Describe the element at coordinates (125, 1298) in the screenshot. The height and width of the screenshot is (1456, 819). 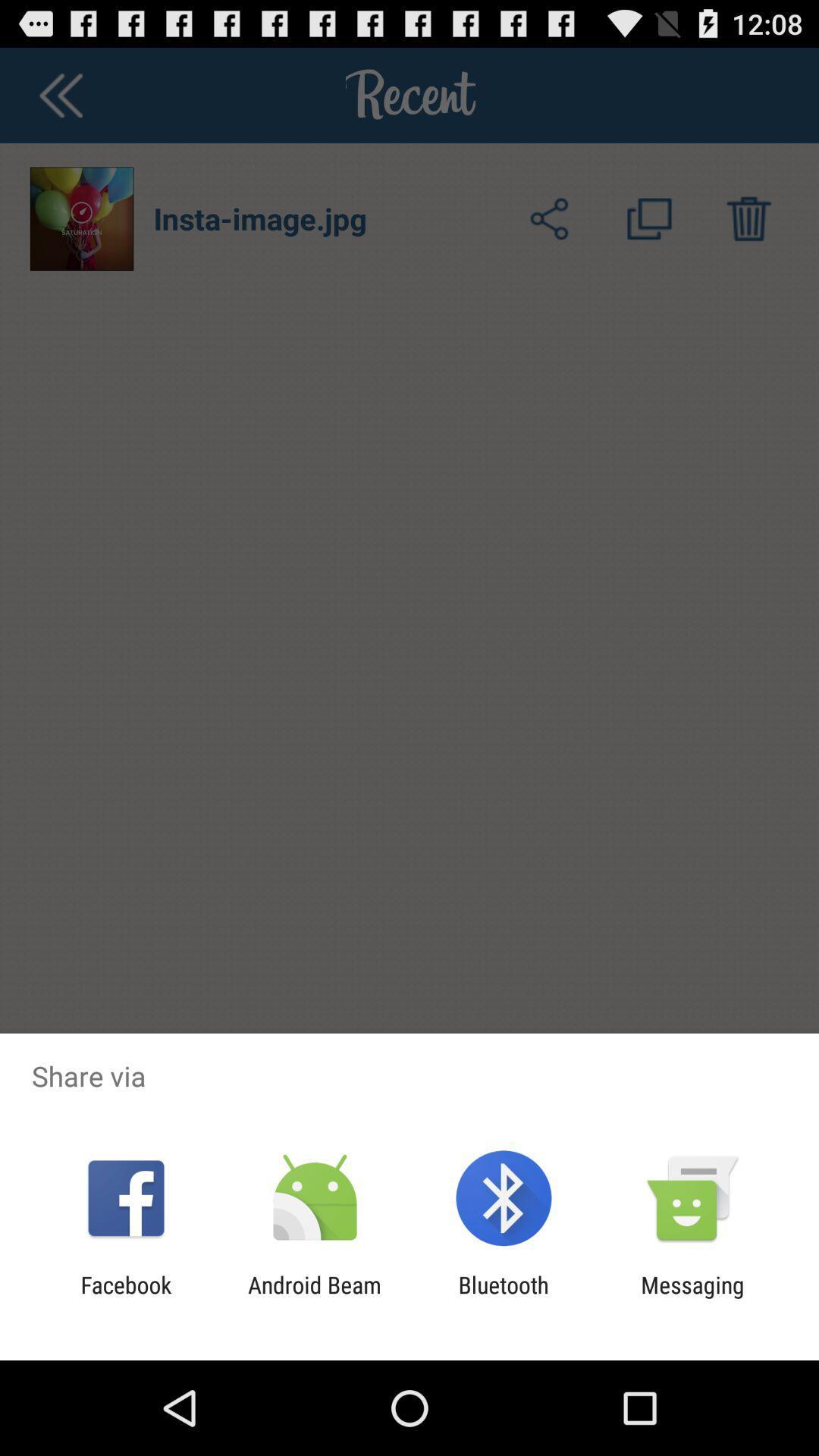
I see `the facebook app` at that location.